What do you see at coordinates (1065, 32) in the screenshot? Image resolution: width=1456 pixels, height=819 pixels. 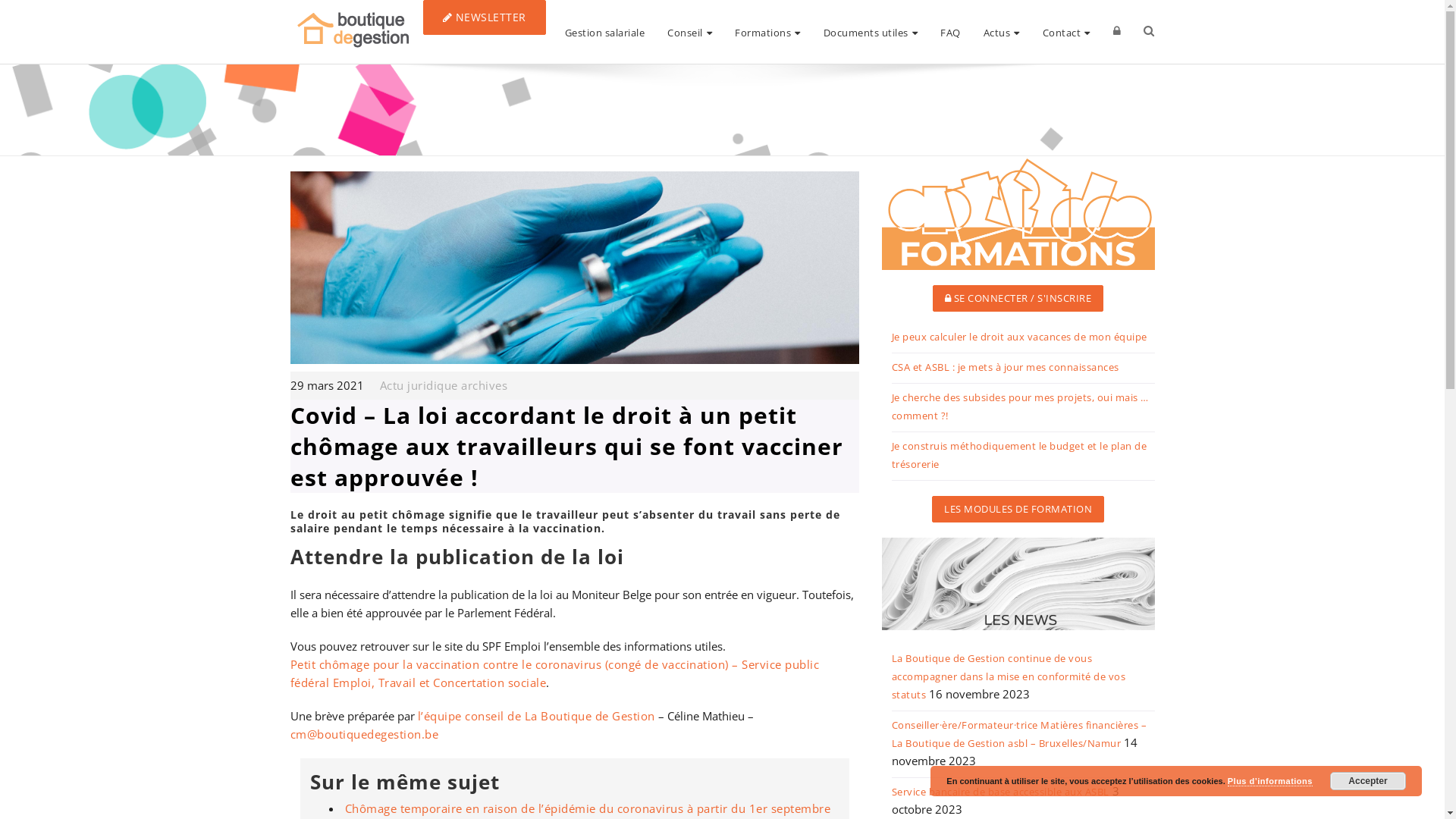 I see `'Contact'` at bounding box center [1065, 32].